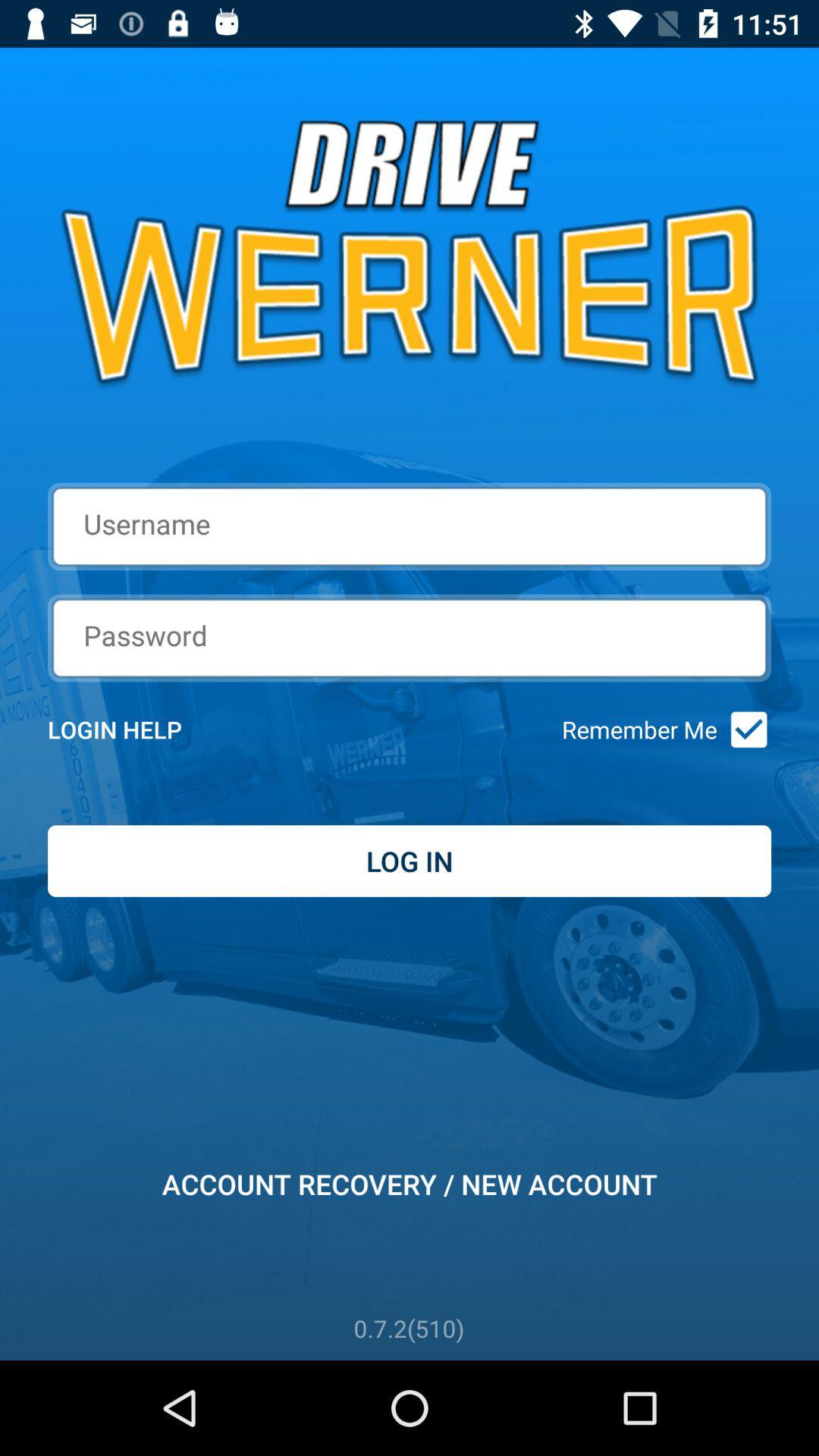 This screenshot has height=1456, width=819. Describe the element at coordinates (134, 730) in the screenshot. I see `item on the left` at that location.